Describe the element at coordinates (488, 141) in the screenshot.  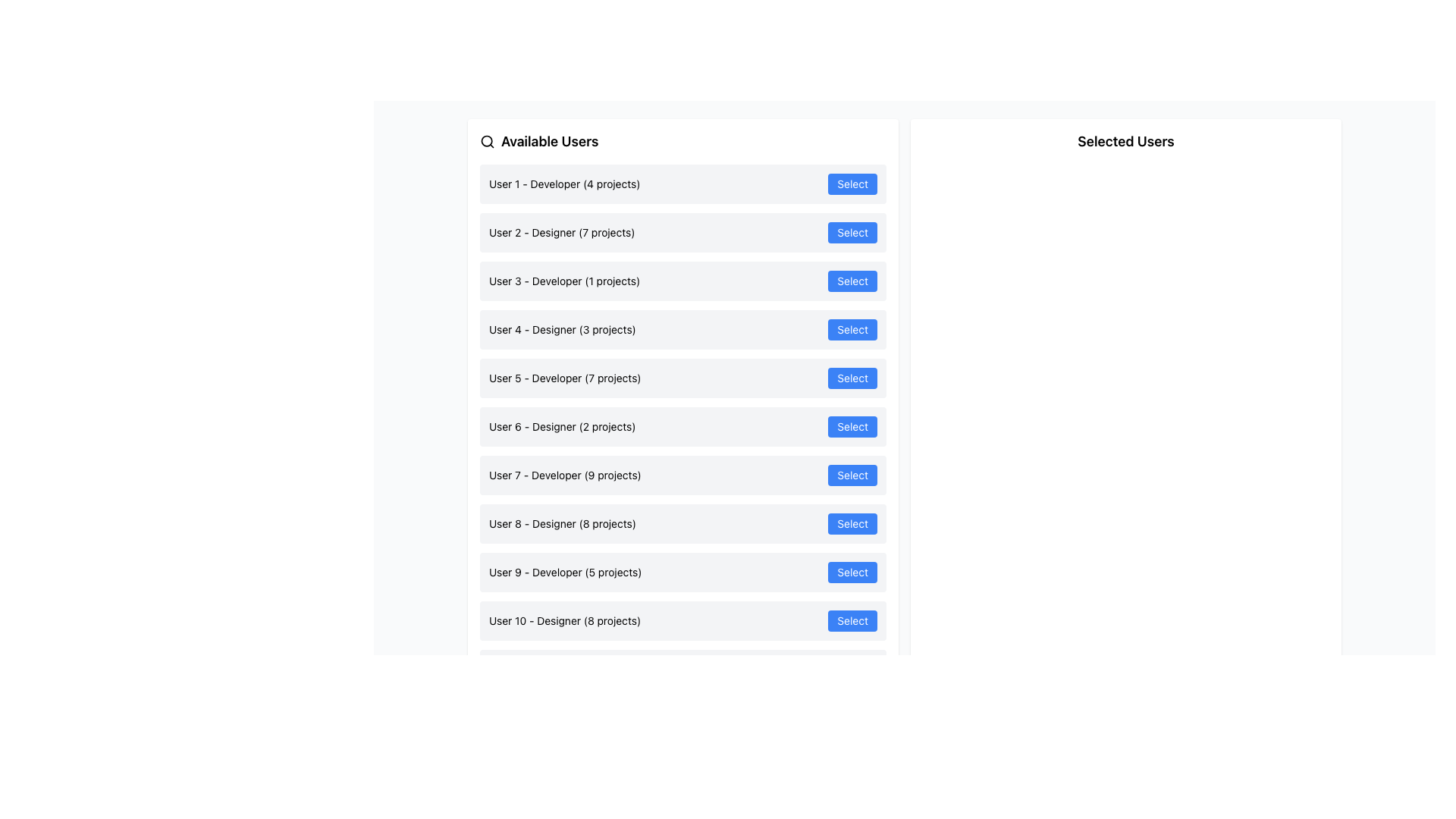
I see `the search icon located at the left side of the 'Available Users' header section, which is visually associated with the title text` at that location.